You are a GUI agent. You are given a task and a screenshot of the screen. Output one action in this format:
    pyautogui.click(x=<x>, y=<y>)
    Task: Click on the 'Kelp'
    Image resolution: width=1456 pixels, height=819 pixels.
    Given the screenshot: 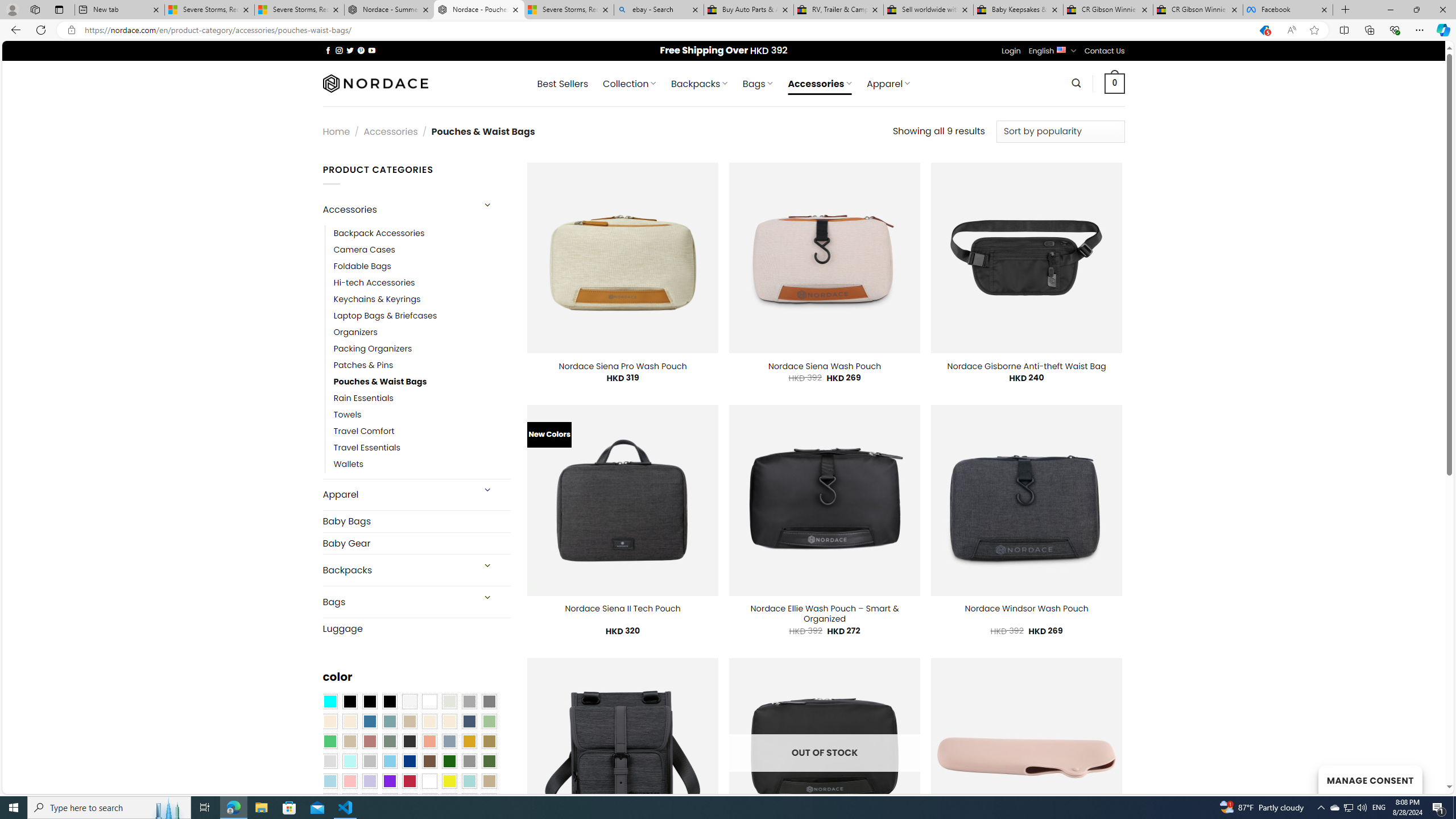 What is the action you would take?
    pyautogui.click(x=489, y=741)
    